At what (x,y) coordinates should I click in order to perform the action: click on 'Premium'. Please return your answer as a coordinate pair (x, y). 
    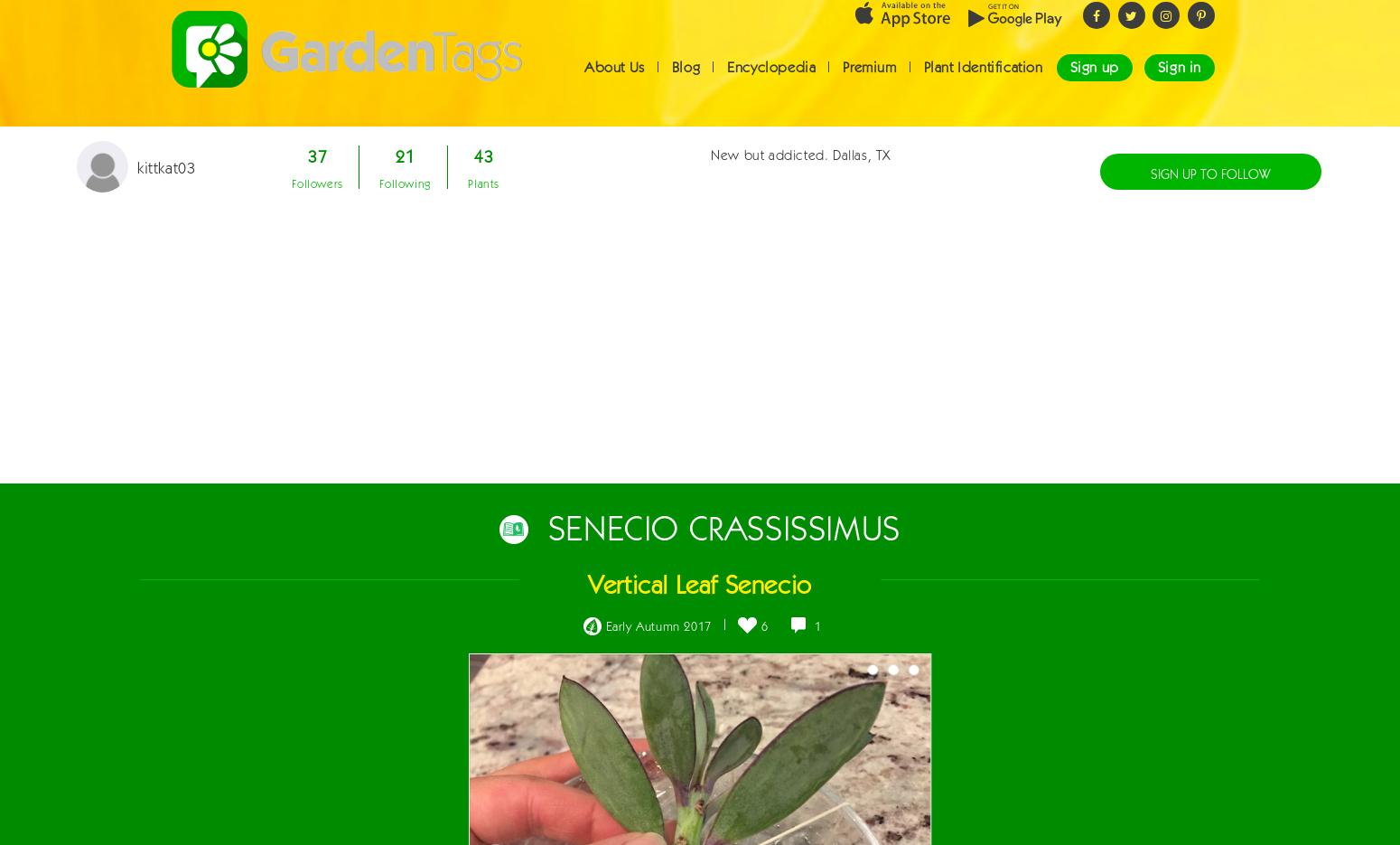
    Looking at the image, I should click on (841, 82).